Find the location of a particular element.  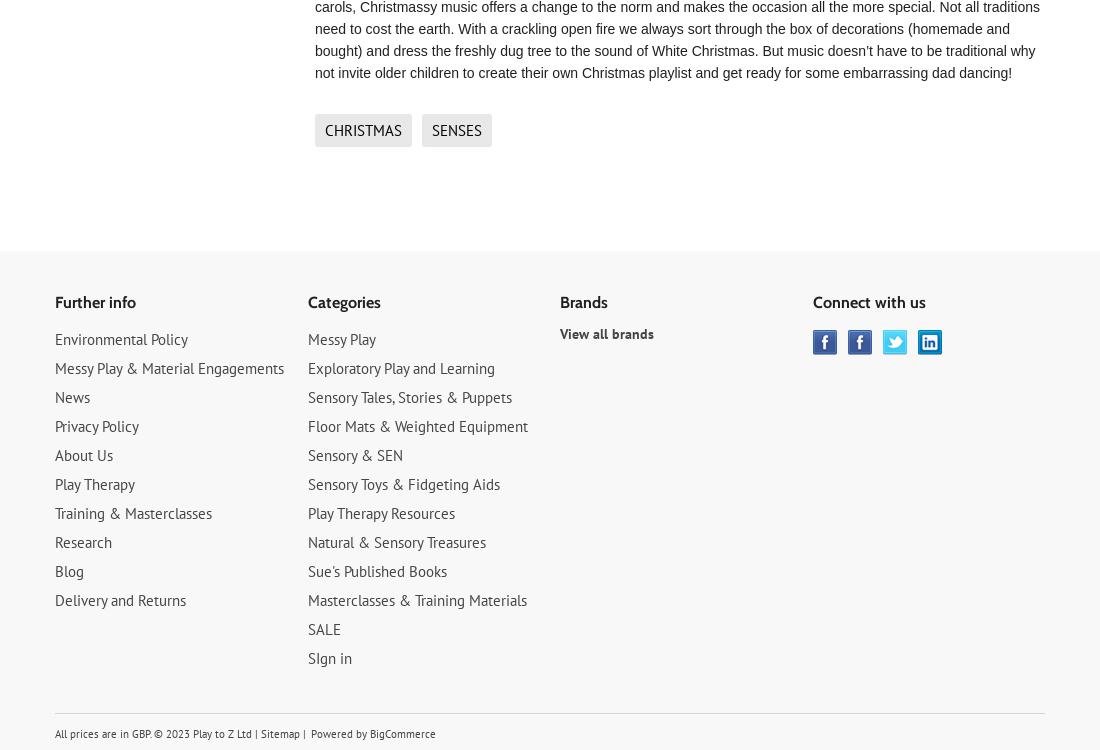

'© 2023 Play to Z Ltd' is located at coordinates (201, 733).